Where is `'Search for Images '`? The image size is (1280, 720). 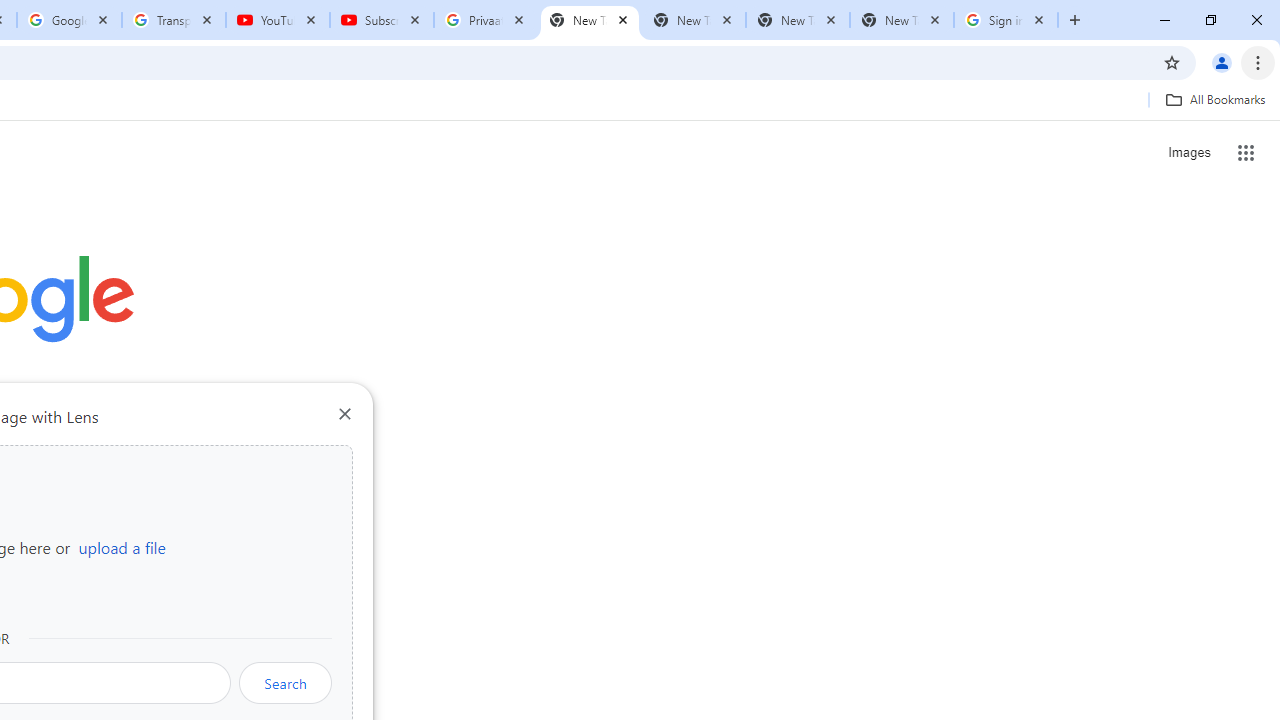
'Search for Images ' is located at coordinates (1189, 152).